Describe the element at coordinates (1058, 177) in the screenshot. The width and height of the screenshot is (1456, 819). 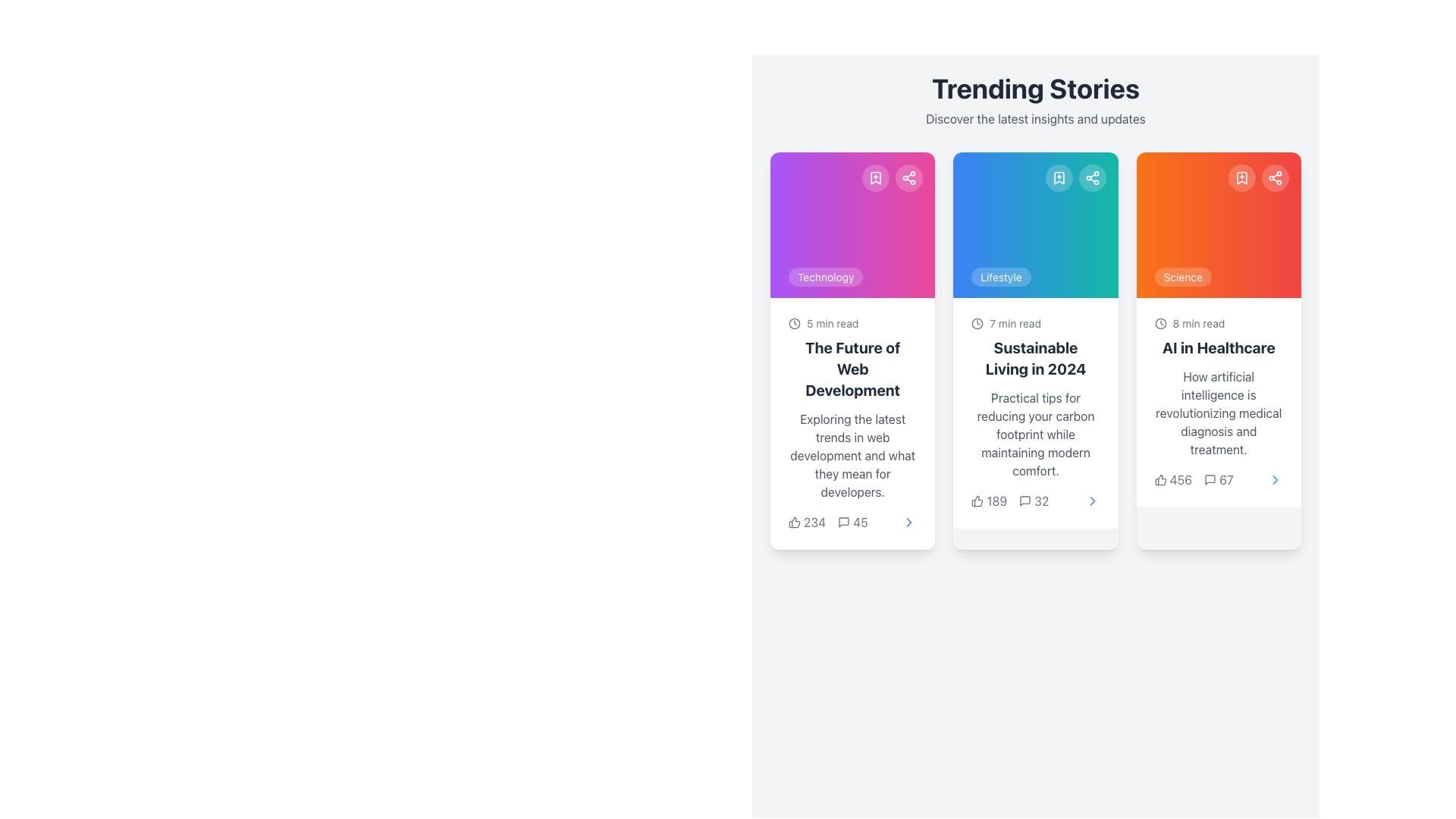
I see `the distinctive bookmark icon located in the top-right corner of the 'Lifestyle' card` at that location.